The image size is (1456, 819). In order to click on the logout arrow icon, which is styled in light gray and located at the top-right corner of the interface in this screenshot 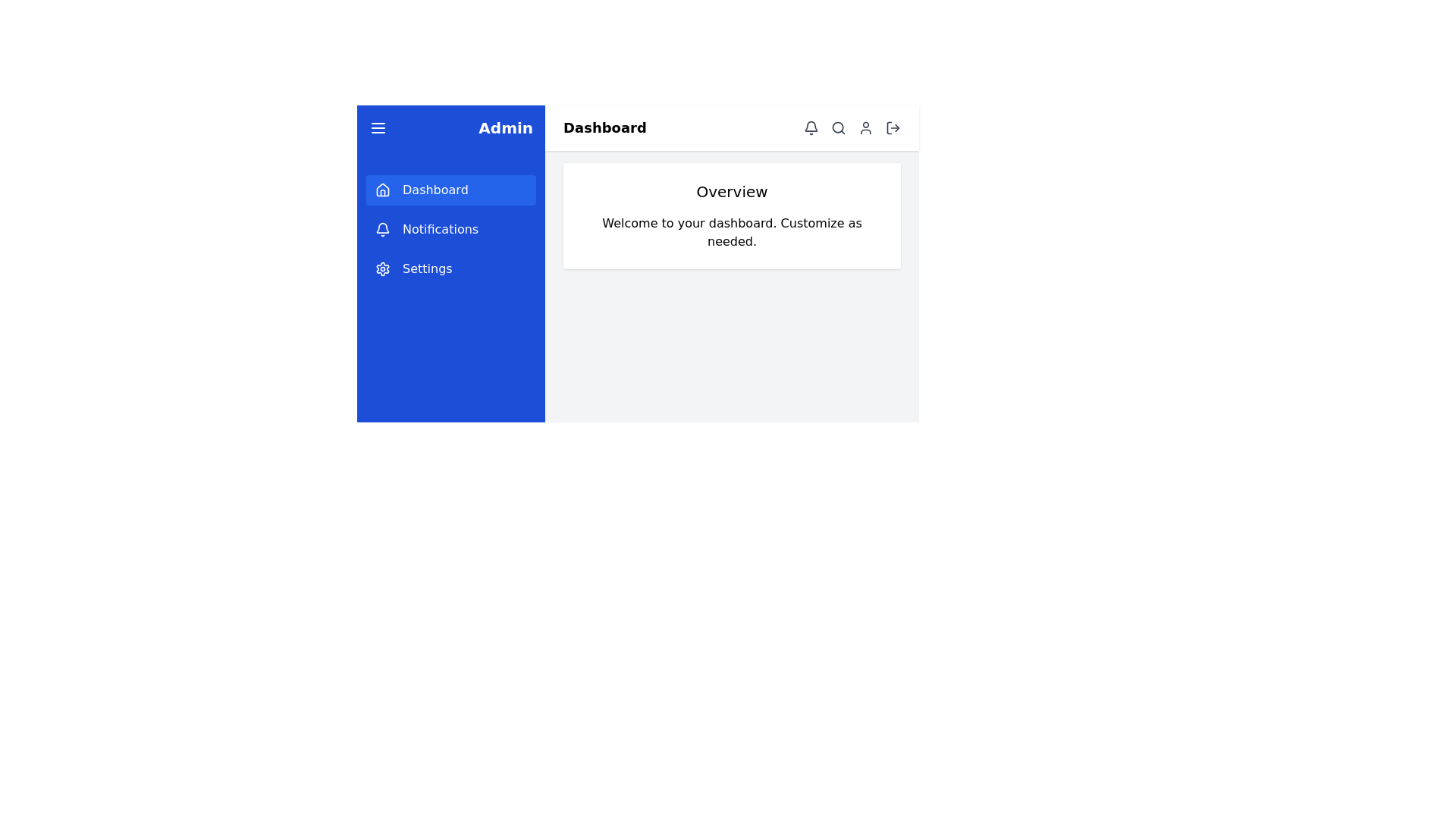, I will do `click(893, 127)`.